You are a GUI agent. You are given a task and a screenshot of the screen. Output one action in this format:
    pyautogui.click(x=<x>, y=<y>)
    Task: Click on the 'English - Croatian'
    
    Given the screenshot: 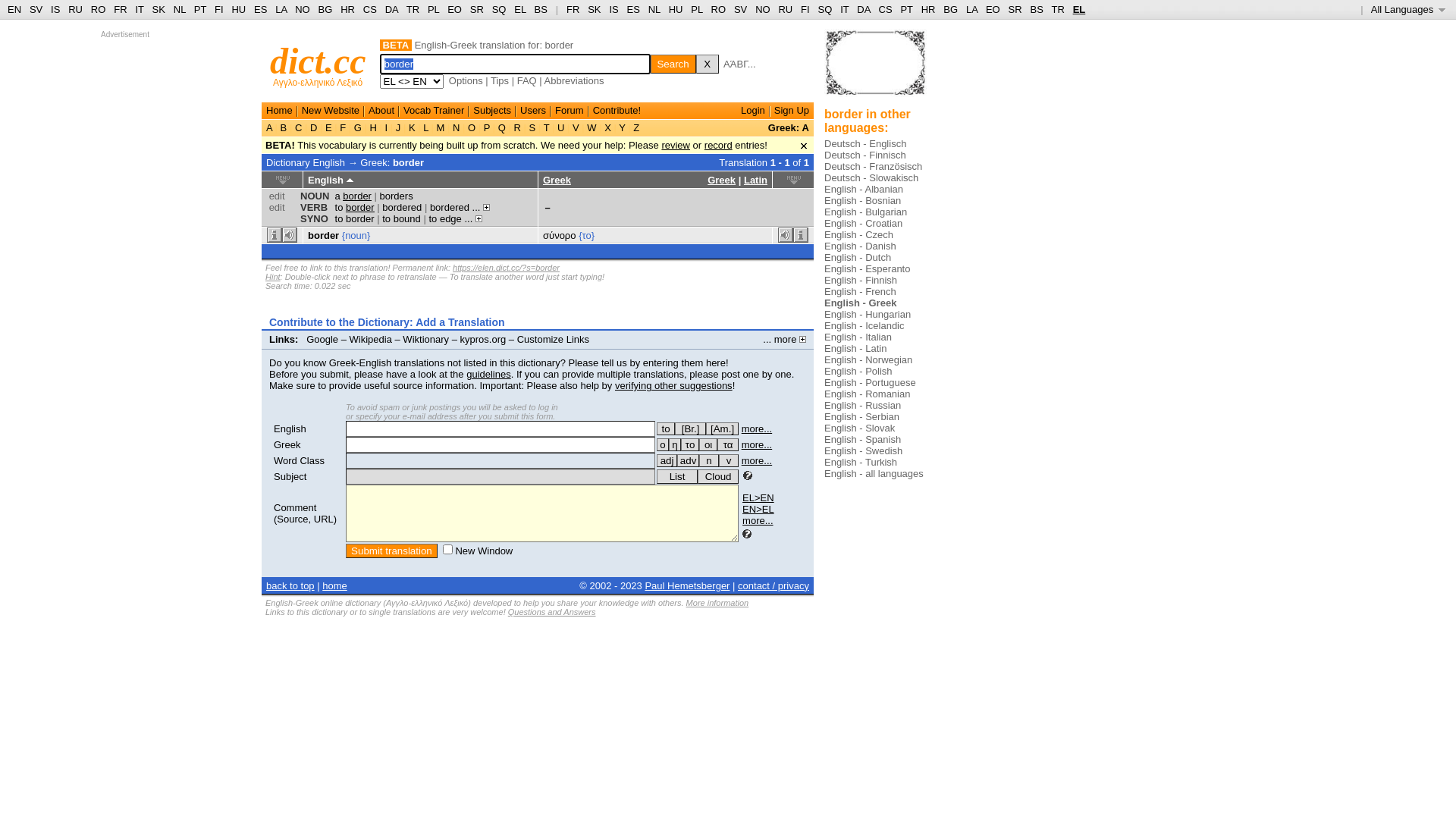 What is the action you would take?
    pyautogui.click(x=863, y=223)
    